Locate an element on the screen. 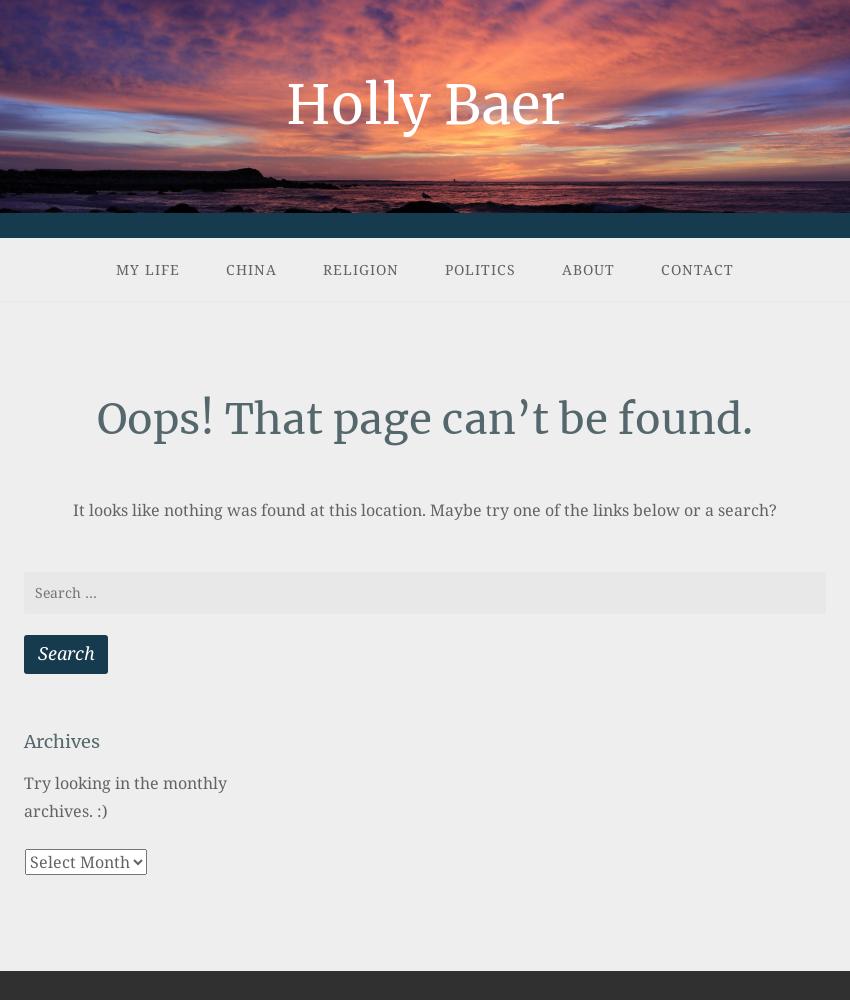  'China' is located at coordinates (251, 269).